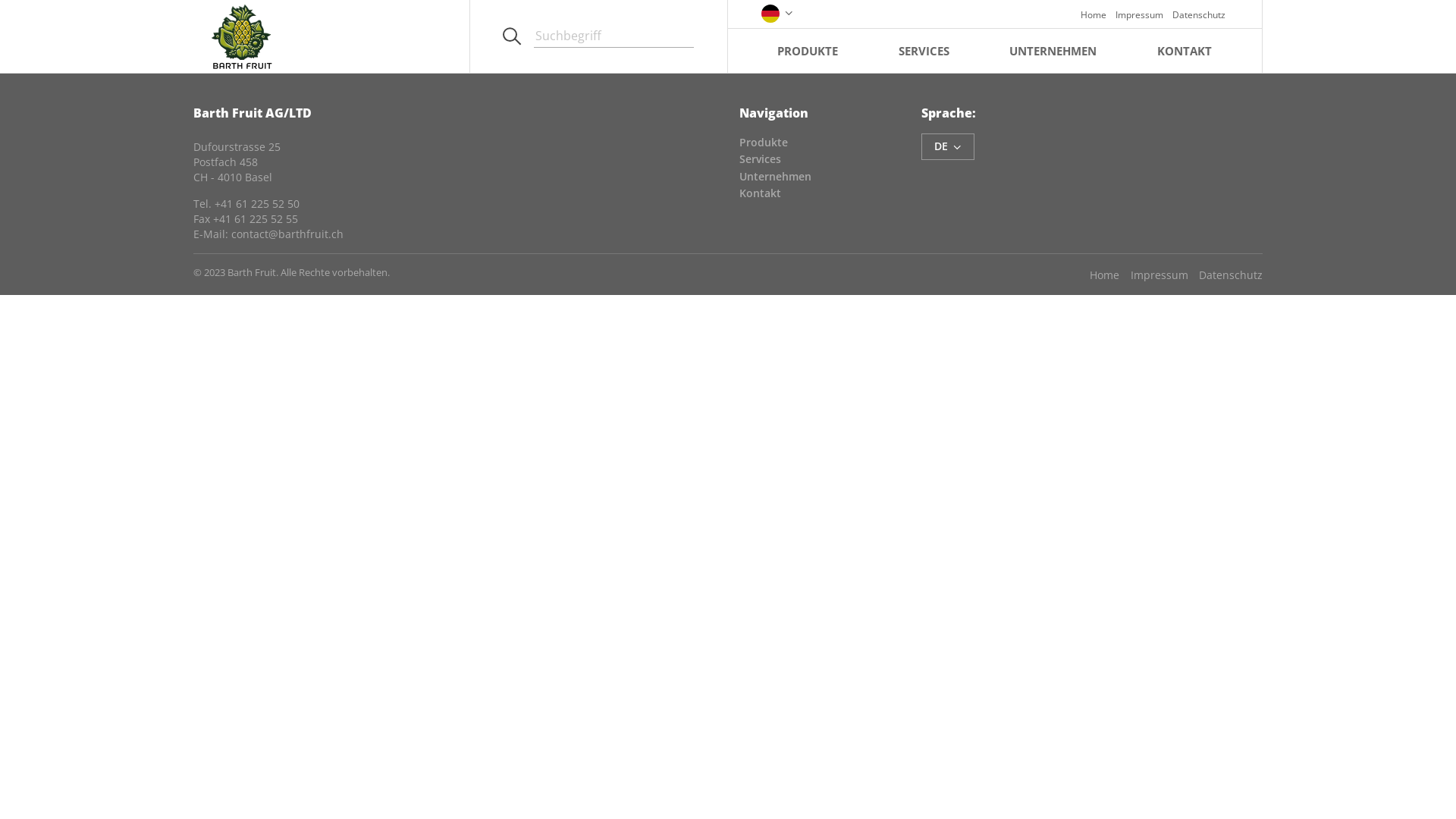 Image resolution: width=1456 pixels, height=819 pixels. What do you see at coordinates (1225, 275) in the screenshot?
I see `'Datenschutz'` at bounding box center [1225, 275].